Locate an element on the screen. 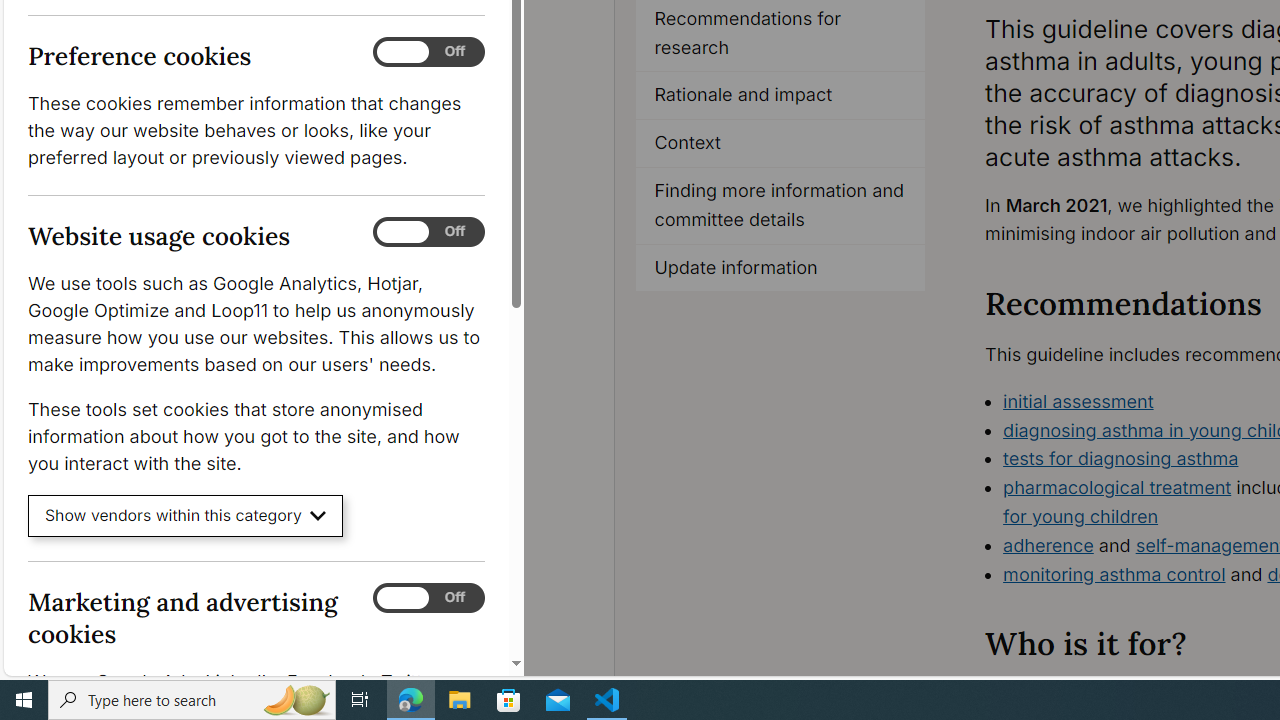  'monitoring asthma control' is located at coordinates (1113, 573).